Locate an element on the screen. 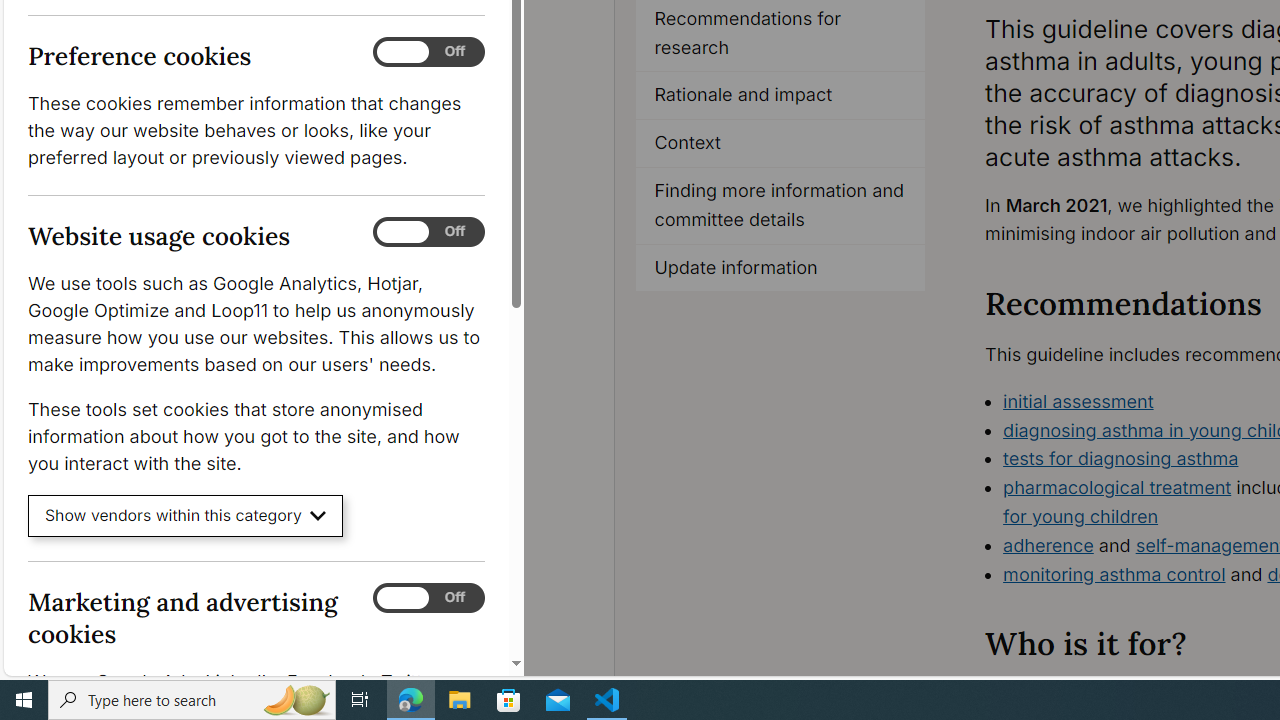  'monitoring asthma control' is located at coordinates (1113, 573).